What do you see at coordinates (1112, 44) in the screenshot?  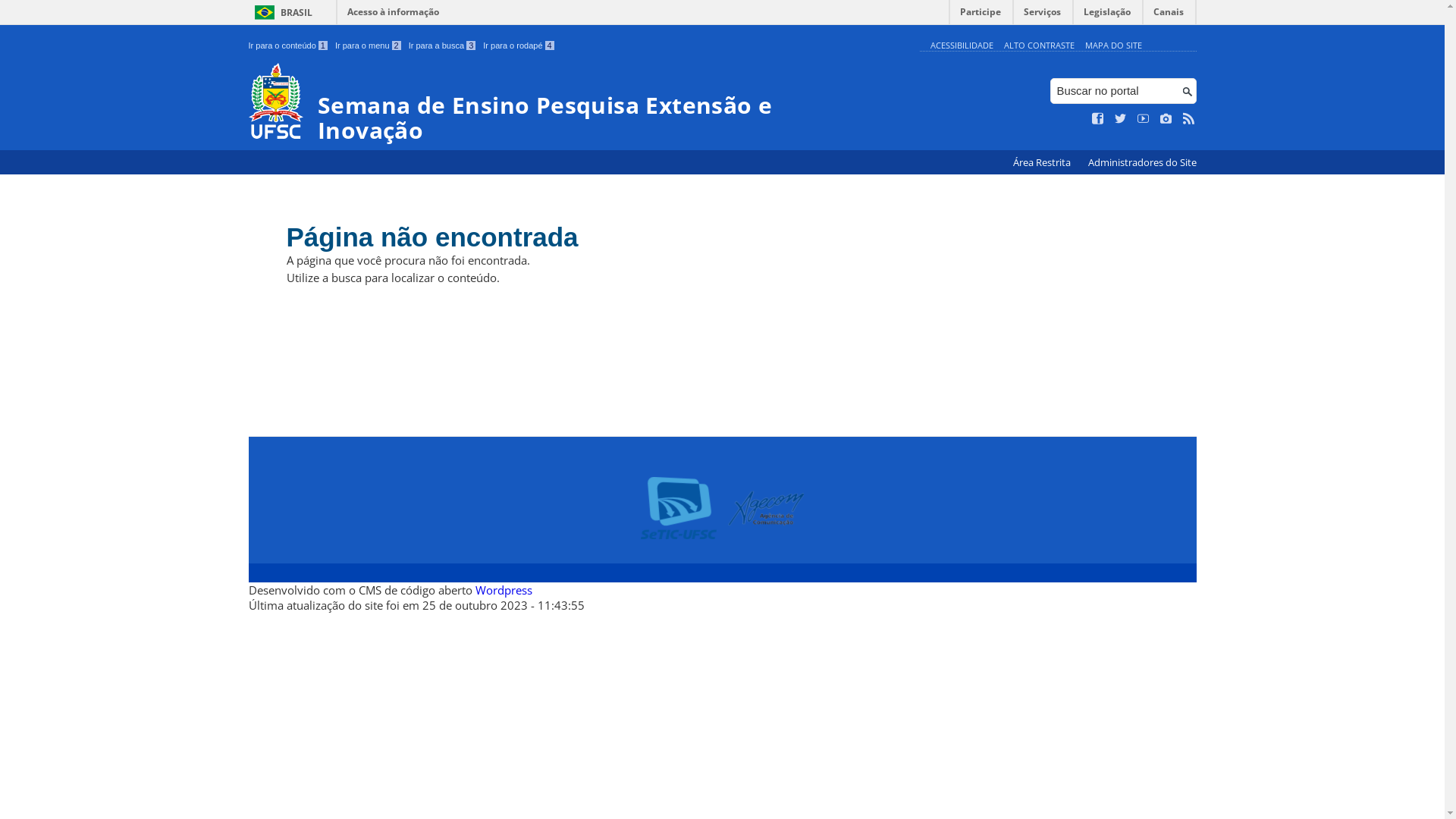 I see `'MAPA DO SITE'` at bounding box center [1112, 44].